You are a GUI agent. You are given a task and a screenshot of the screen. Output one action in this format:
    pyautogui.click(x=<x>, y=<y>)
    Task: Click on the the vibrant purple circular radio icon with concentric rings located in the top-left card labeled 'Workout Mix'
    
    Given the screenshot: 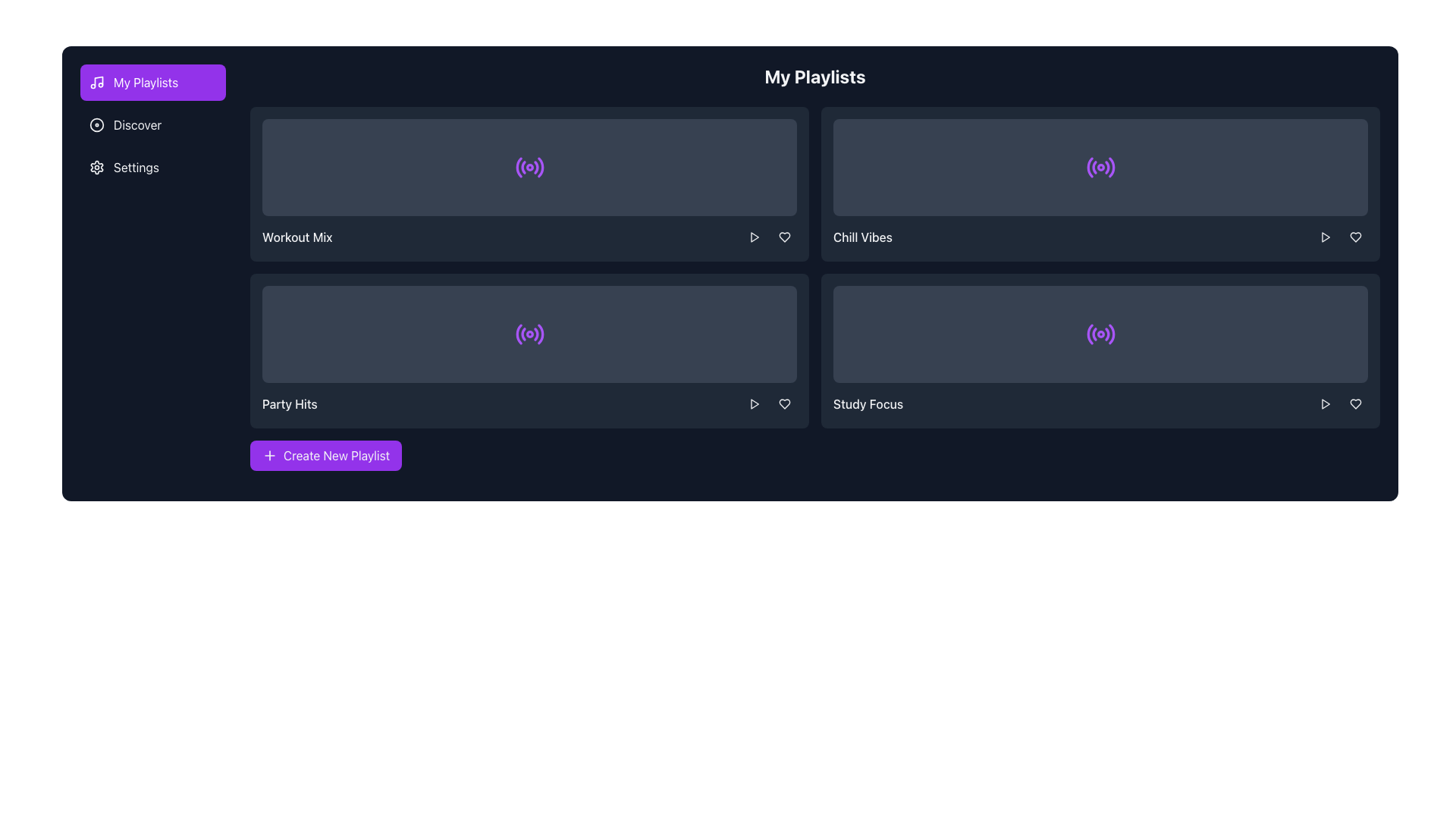 What is the action you would take?
    pyautogui.click(x=529, y=167)
    